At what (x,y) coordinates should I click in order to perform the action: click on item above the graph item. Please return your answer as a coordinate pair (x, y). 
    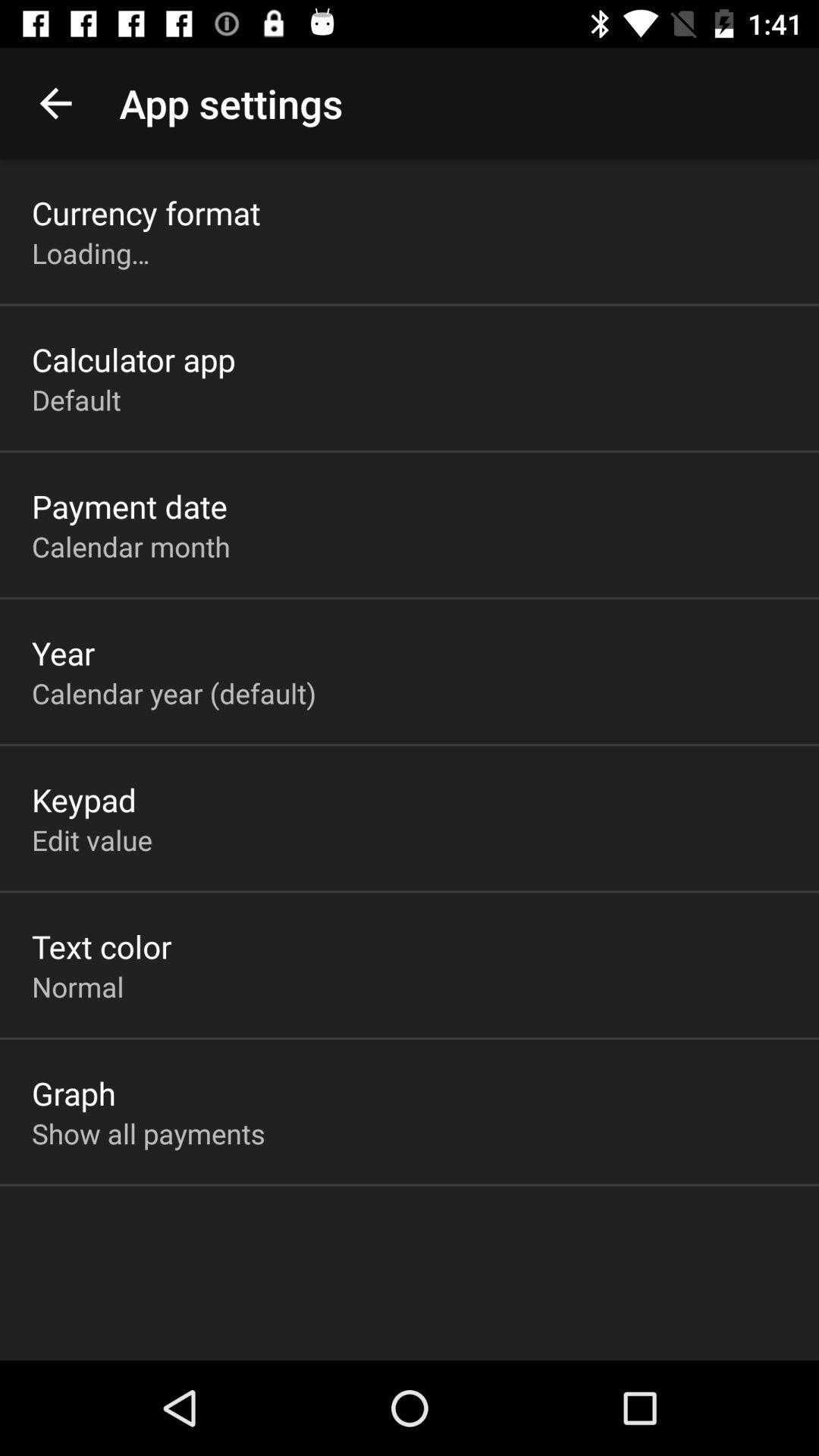
    Looking at the image, I should click on (77, 987).